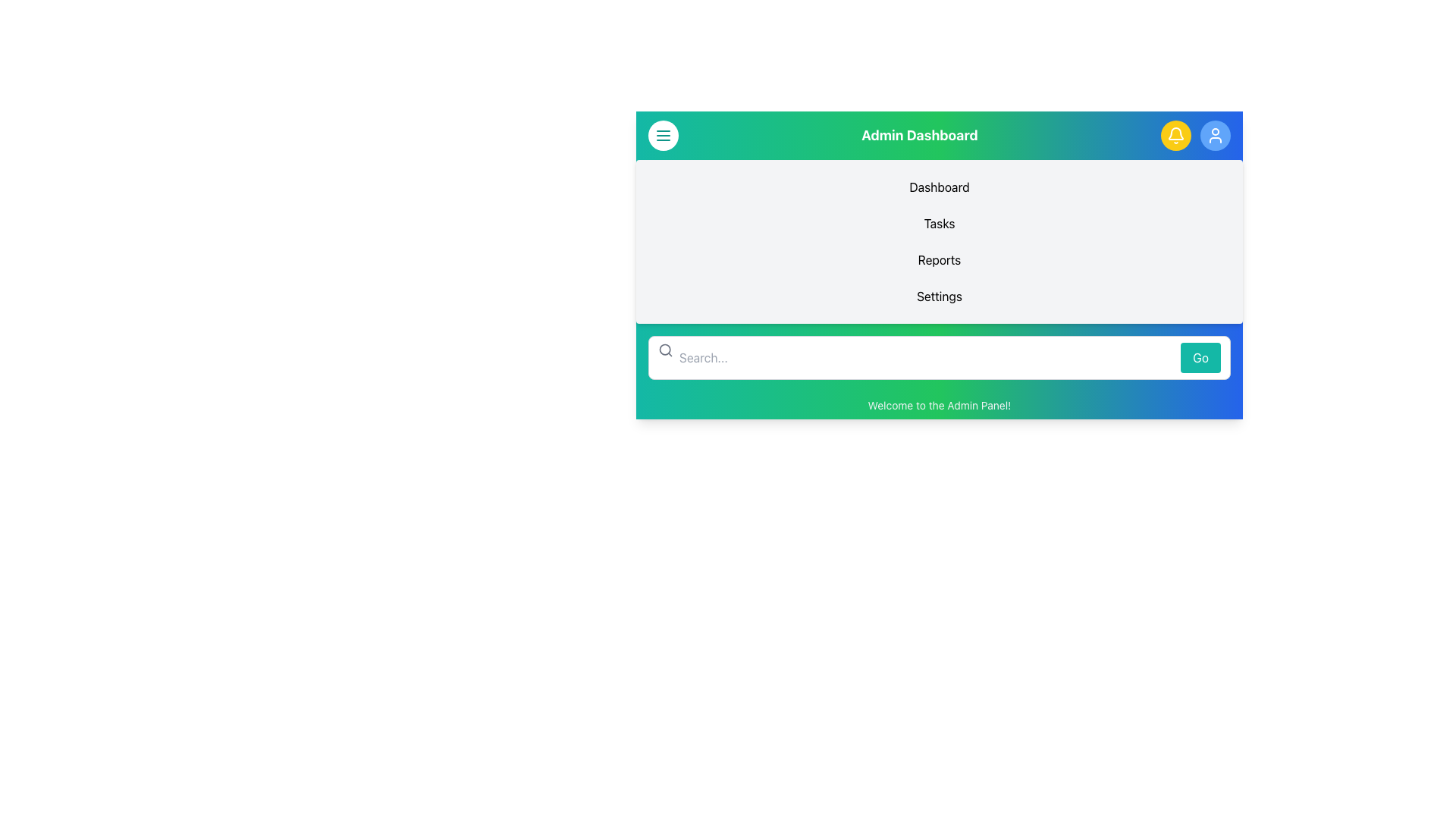 Image resolution: width=1456 pixels, height=819 pixels. I want to click on the 'Settings' menu option, which is the fourth item in a vertical list located below 'Reports' and above the search bar, so click(938, 296).